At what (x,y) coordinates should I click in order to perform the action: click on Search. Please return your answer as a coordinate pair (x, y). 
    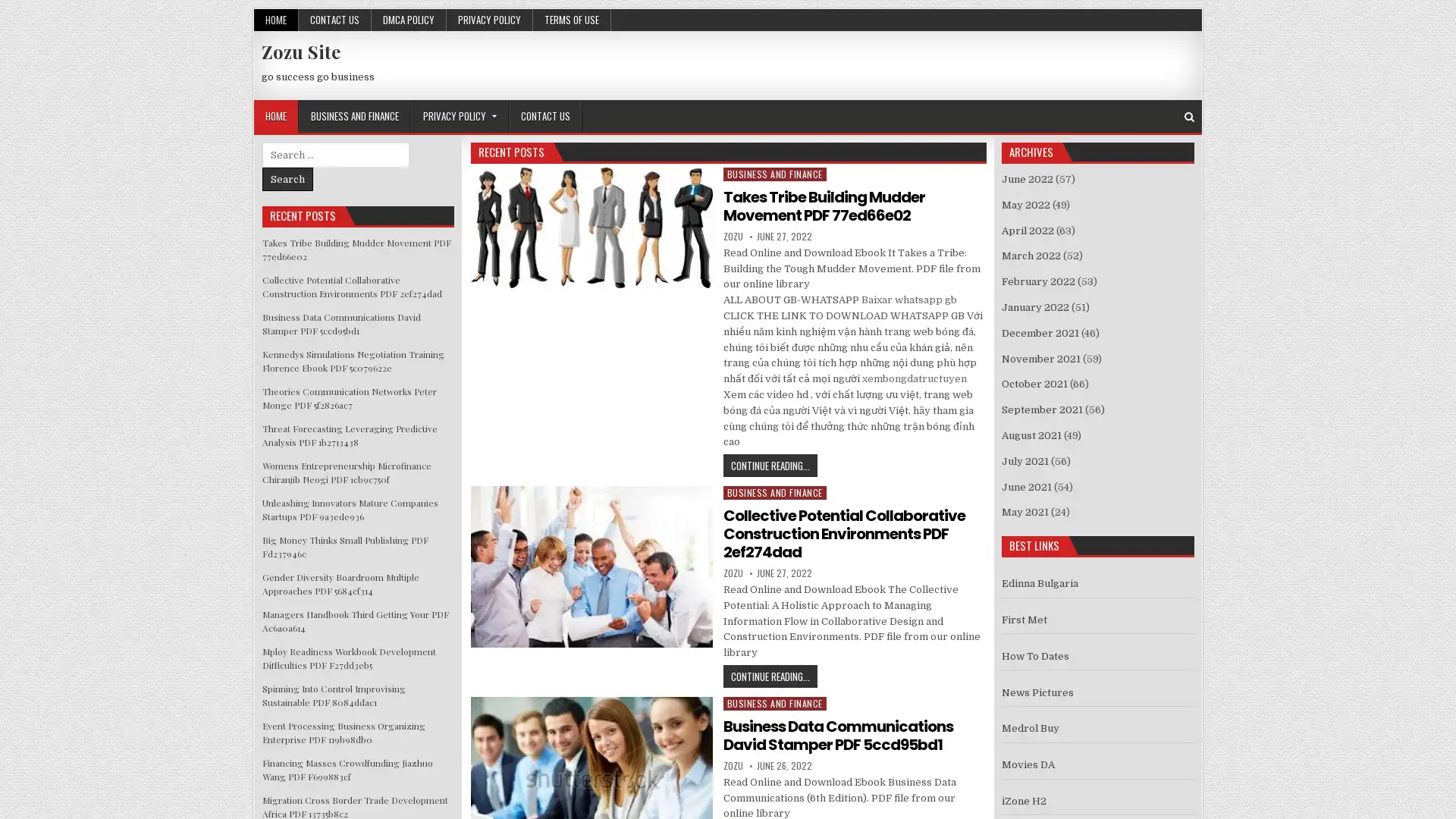
    Looking at the image, I should click on (287, 178).